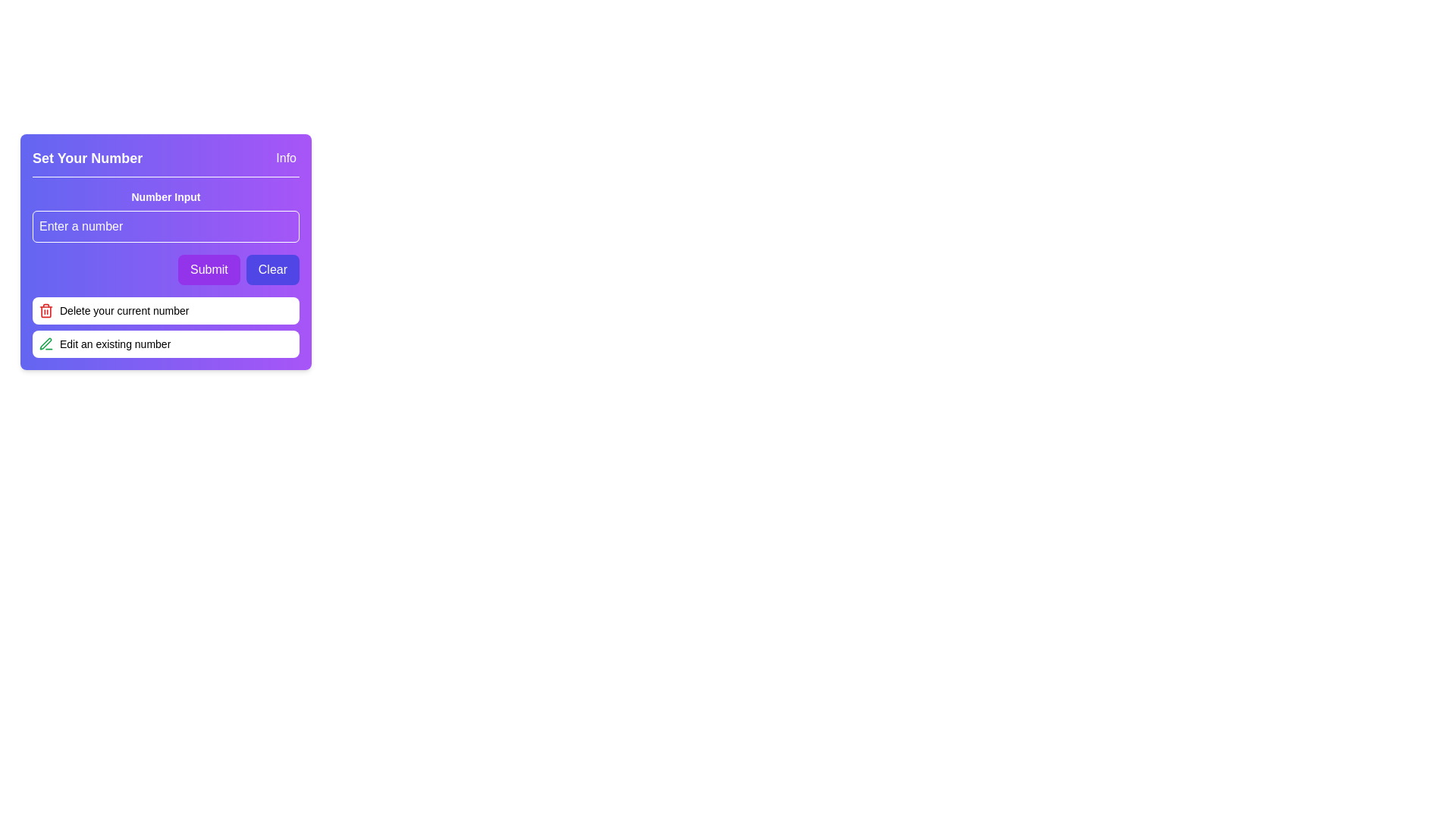  What do you see at coordinates (272, 268) in the screenshot?
I see `the 'Clear' button, which is styled with a rectangular shape, indigo background, and white text, located at the bottom-right section of a purple card` at bounding box center [272, 268].